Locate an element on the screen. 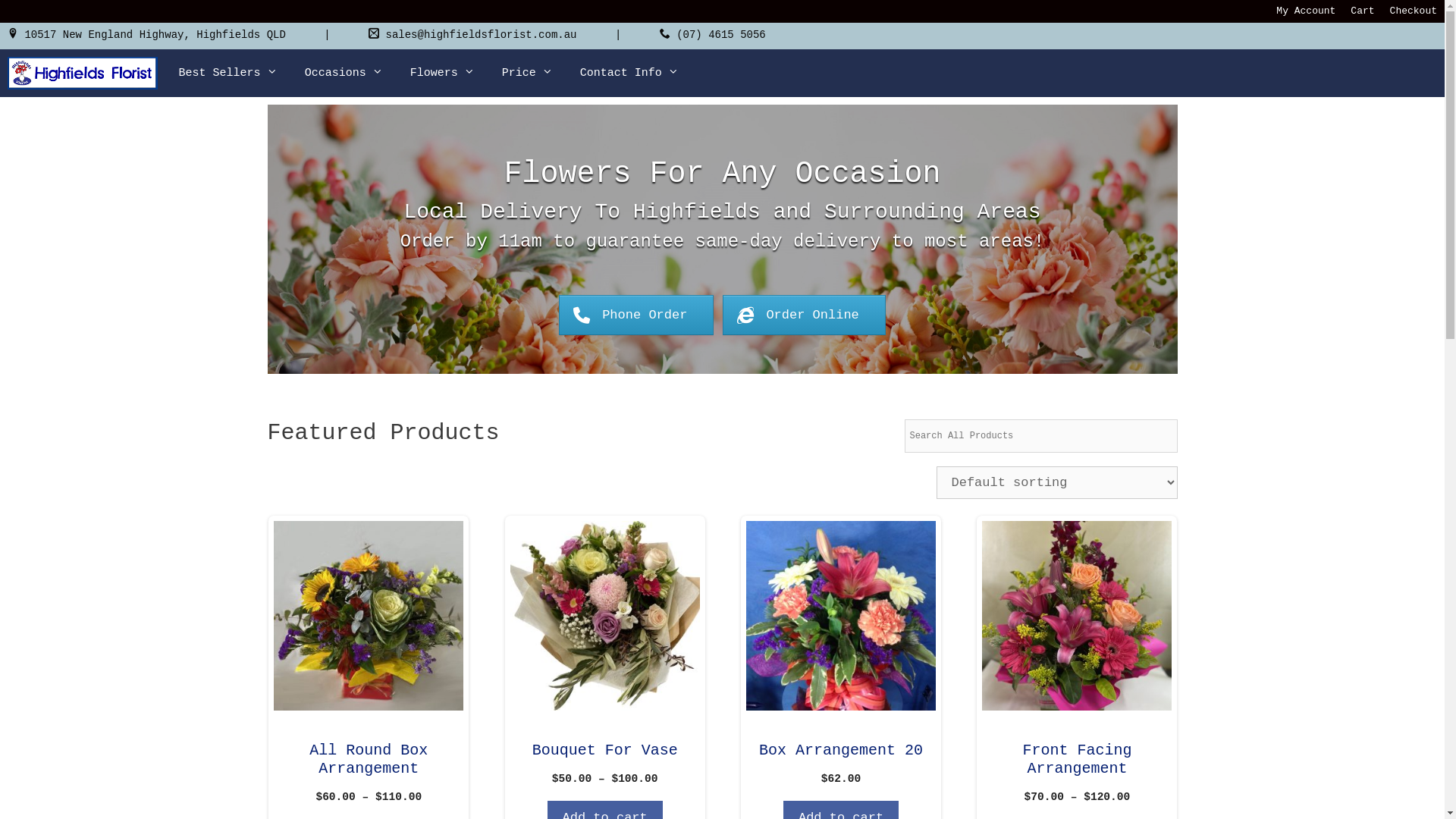 The image size is (1456, 819). 'View your shopping cart' is located at coordinates (1408, 72).